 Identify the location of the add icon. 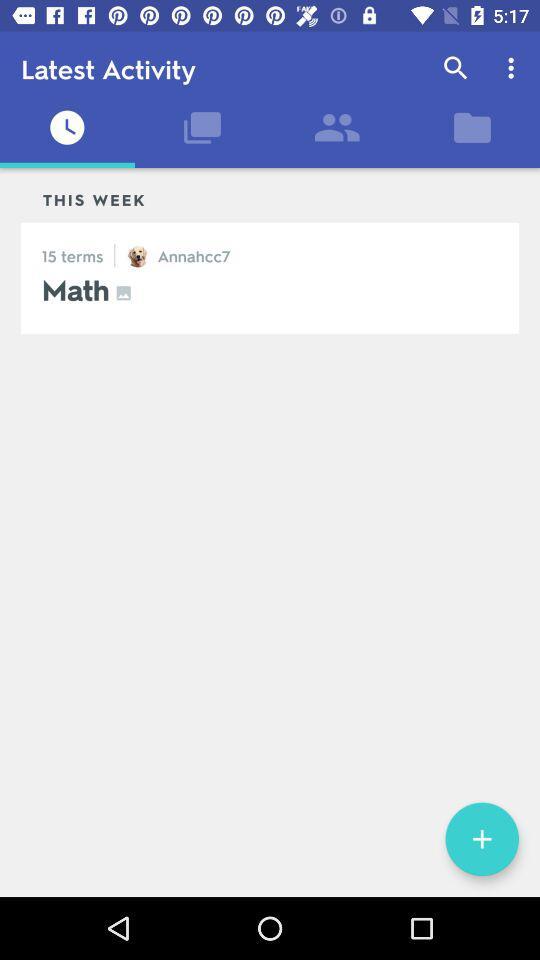
(481, 839).